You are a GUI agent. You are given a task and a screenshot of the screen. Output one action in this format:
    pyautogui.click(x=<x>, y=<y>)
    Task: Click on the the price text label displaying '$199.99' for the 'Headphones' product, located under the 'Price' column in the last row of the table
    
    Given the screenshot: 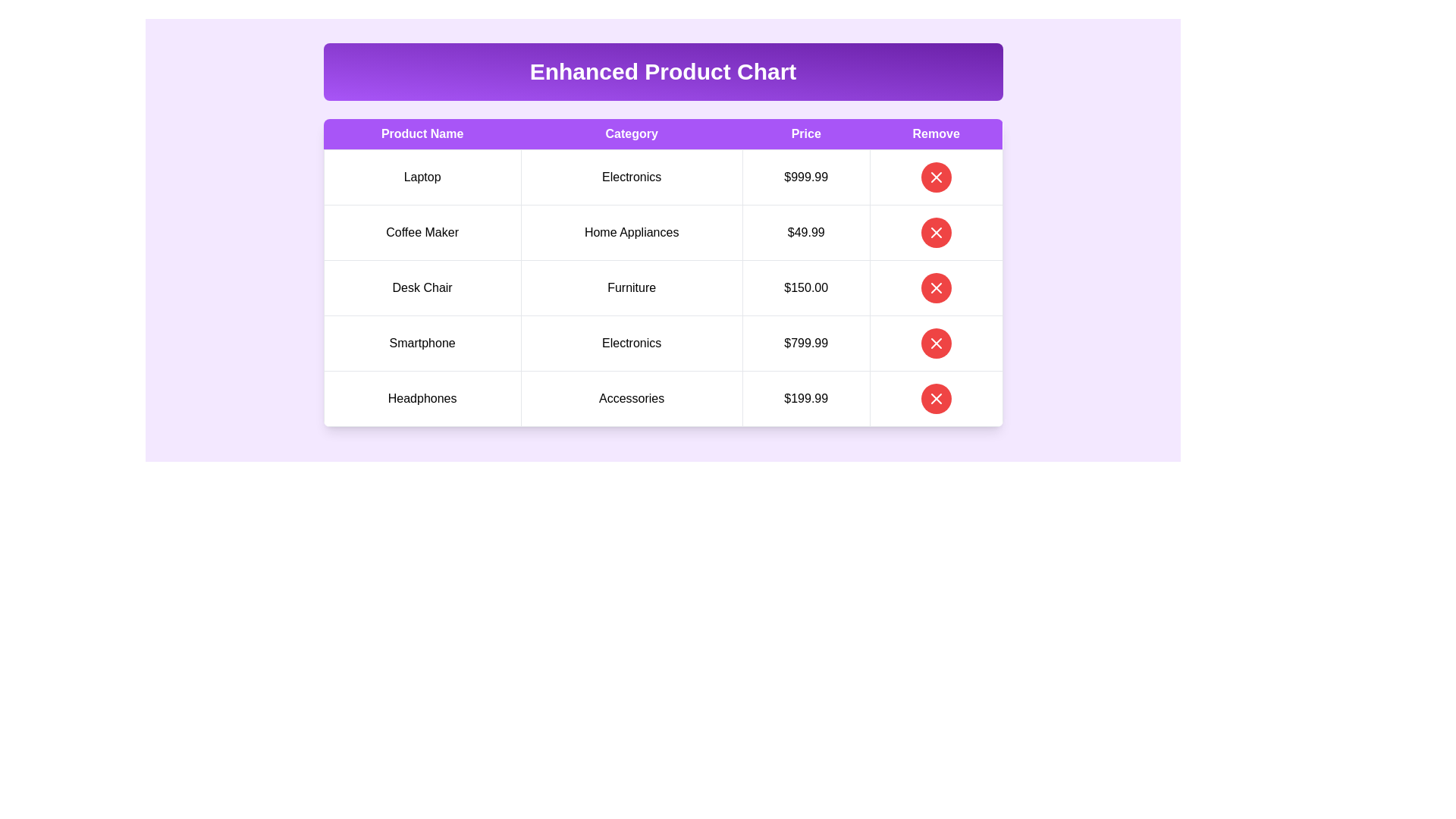 What is the action you would take?
    pyautogui.click(x=805, y=397)
    